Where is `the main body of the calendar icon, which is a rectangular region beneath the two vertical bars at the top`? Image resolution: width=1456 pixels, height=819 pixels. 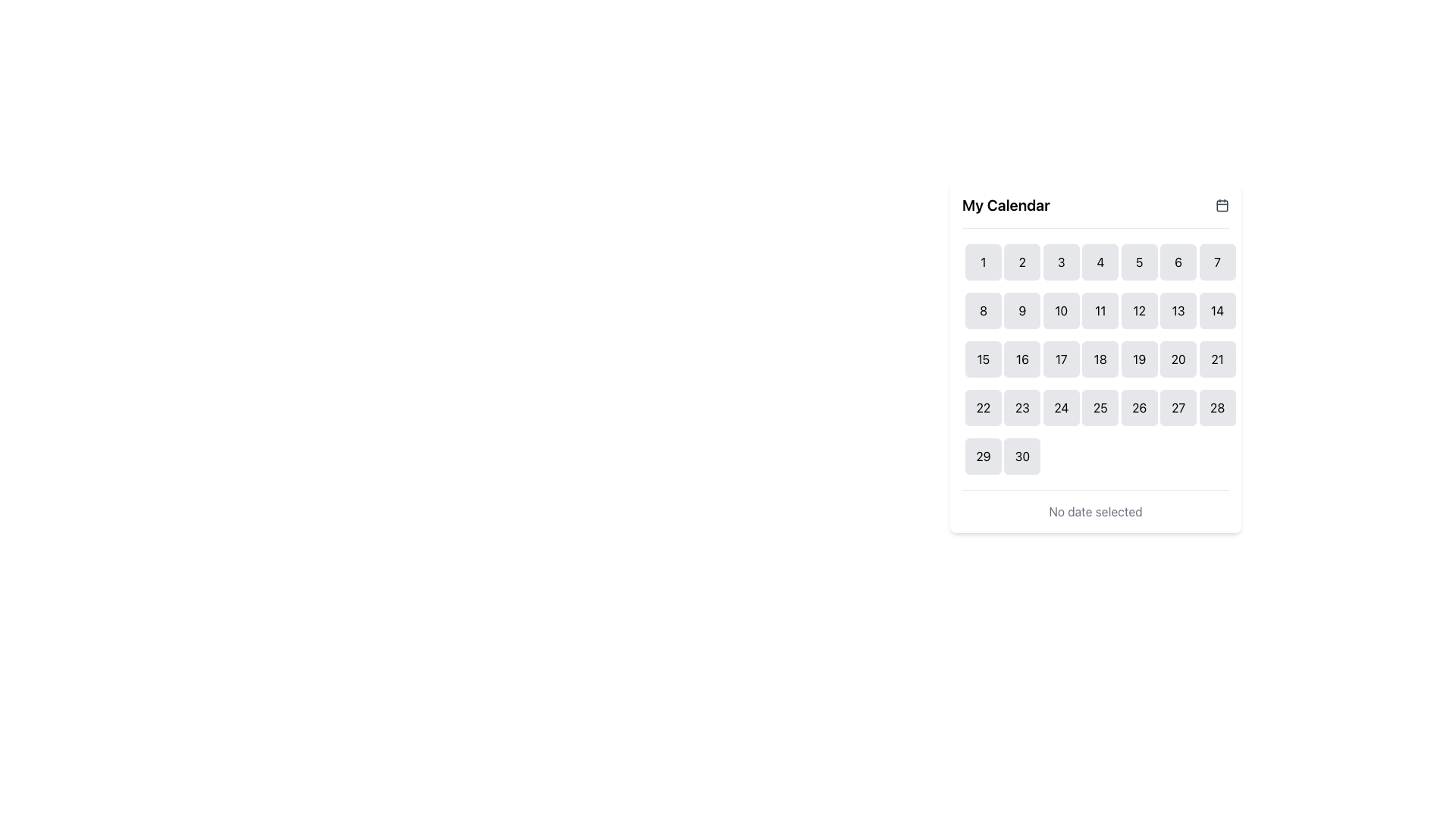 the main body of the calendar icon, which is a rectangular region beneath the two vertical bars at the top is located at coordinates (1222, 206).